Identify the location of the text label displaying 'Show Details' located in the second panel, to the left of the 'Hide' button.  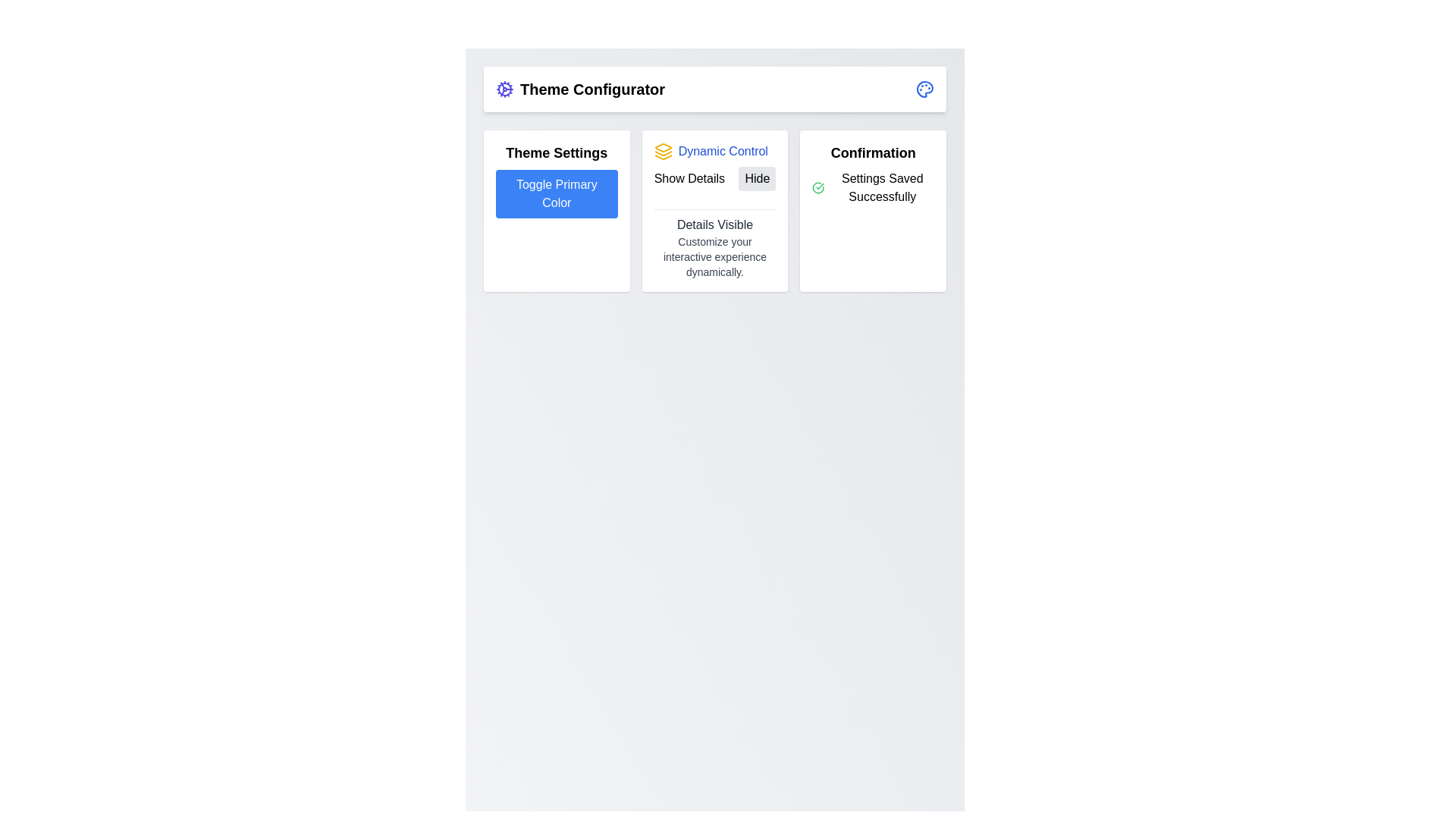
(689, 177).